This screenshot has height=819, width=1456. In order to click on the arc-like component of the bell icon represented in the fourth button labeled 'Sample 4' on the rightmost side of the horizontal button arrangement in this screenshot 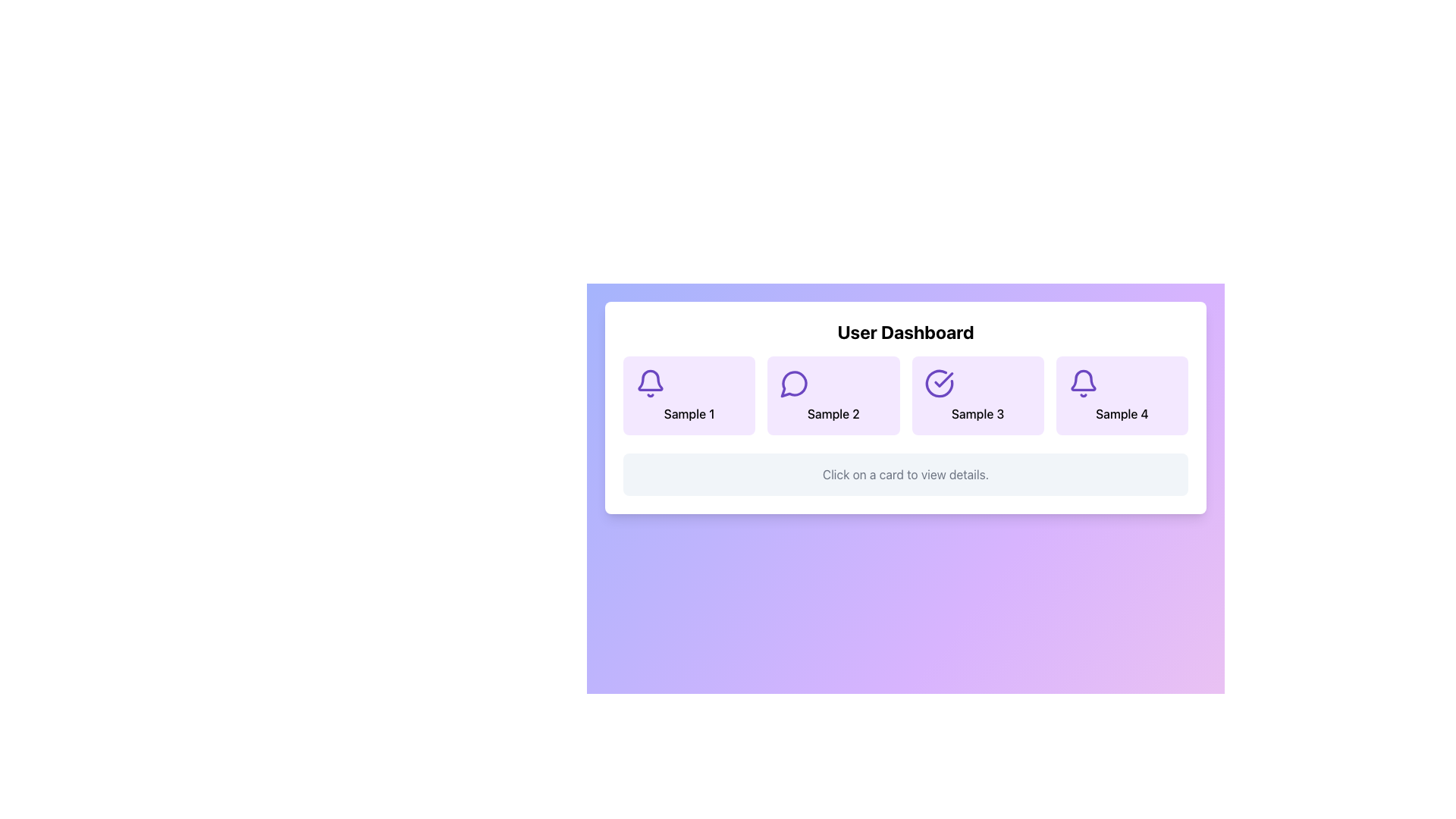, I will do `click(1082, 379)`.